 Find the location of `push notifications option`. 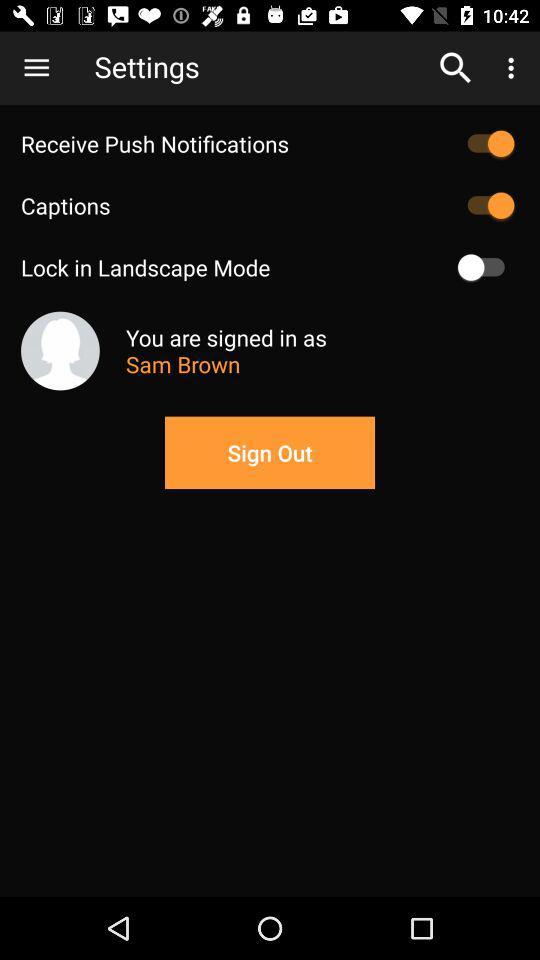

push notifications option is located at coordinates (485, 142).